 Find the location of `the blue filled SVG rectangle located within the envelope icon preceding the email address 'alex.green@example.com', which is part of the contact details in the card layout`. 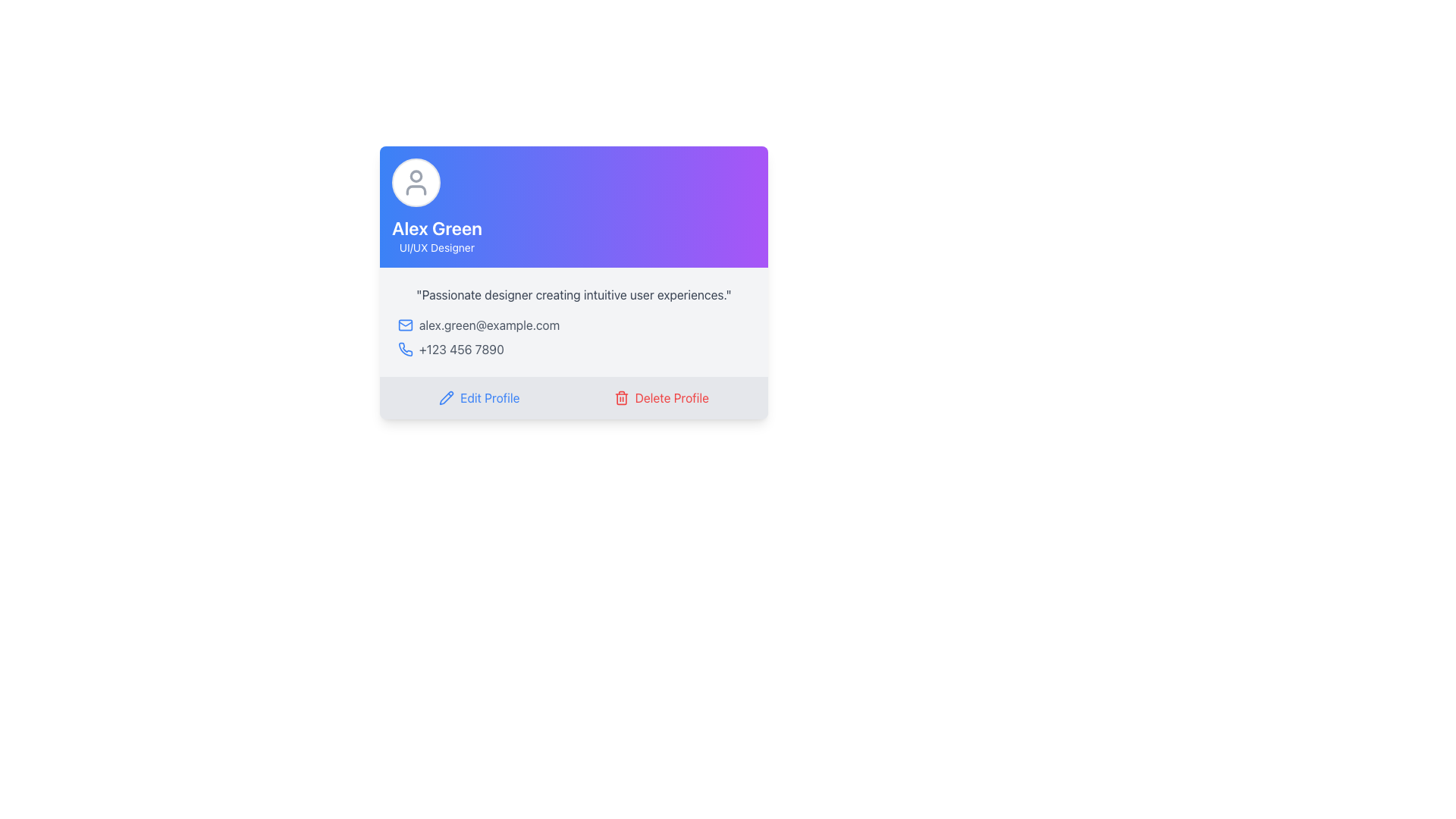

the blue filled SVG rectangle located within the envelope icon preceding the email address 'alex.green@example.com', which is part of the contact details in the card layout is located at coordinates (405, 324).